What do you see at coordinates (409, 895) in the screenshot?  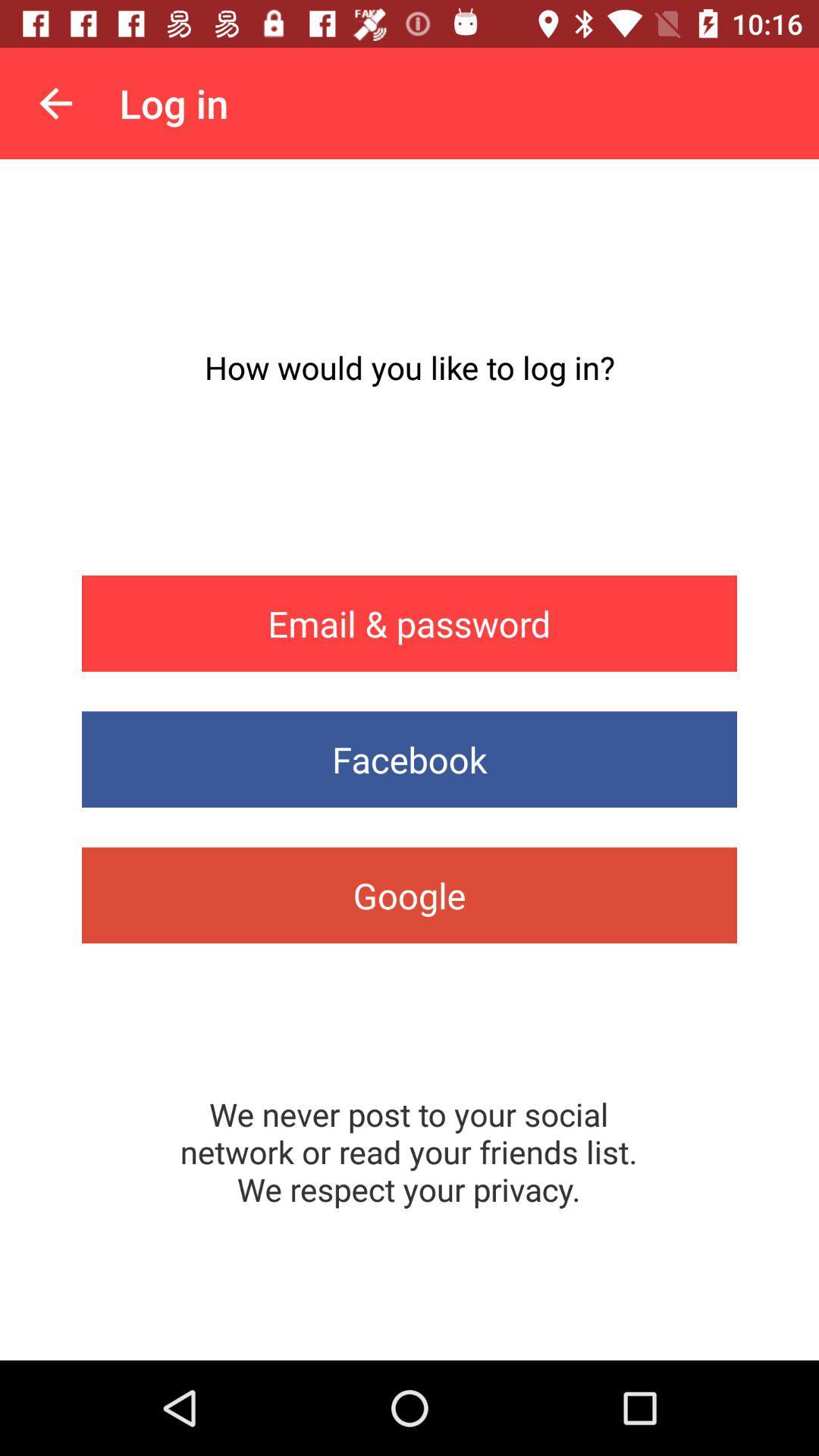 I see `item below facebook icon` at bounding box center [409, 895].